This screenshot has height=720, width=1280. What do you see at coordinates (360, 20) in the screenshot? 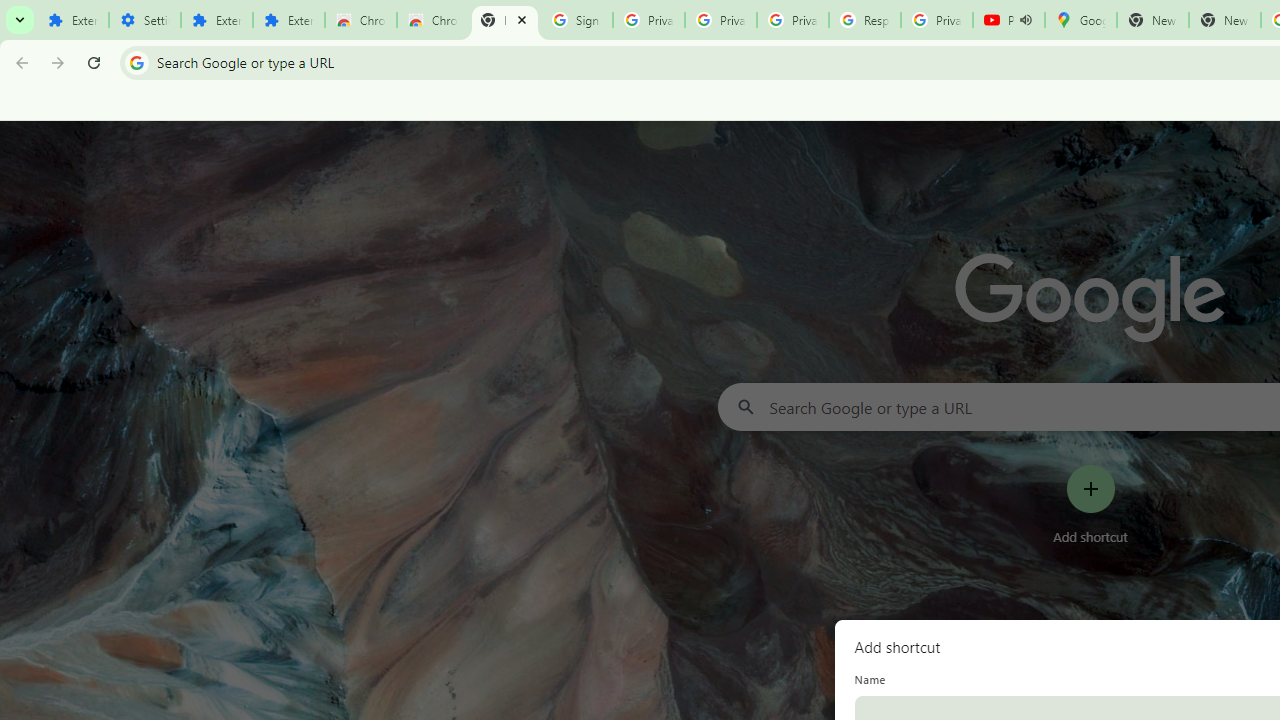
I see `'Chrome Web Store'` at bounding box center [360, 20].